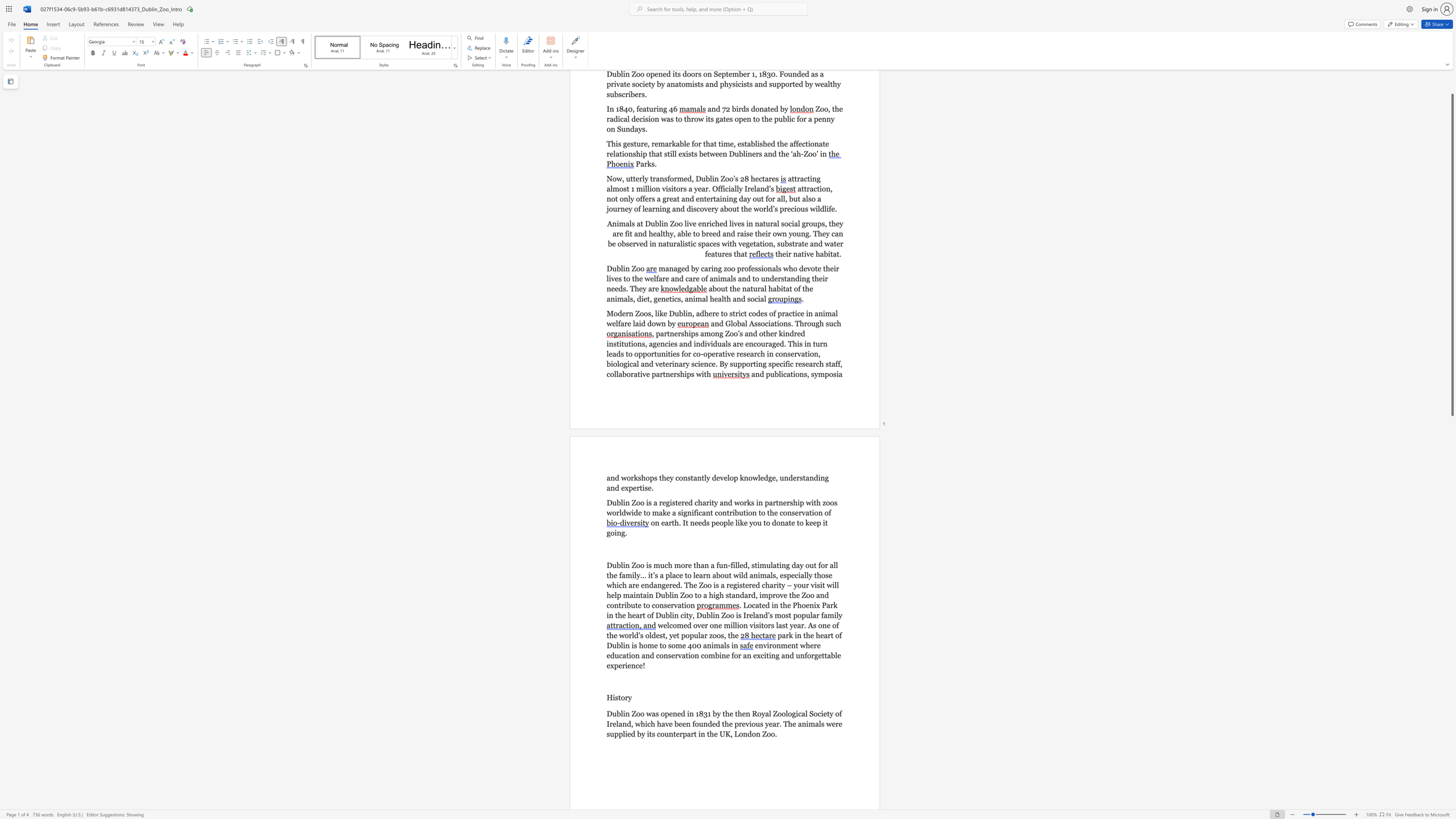  Describe the element at coordinates (647, 188) in the screenshot. I see `the subset text "lion visitors a year. Officially Ir" within the text "attracting almost 1 million visitors a year. Officially Ireland’s"` at that location.